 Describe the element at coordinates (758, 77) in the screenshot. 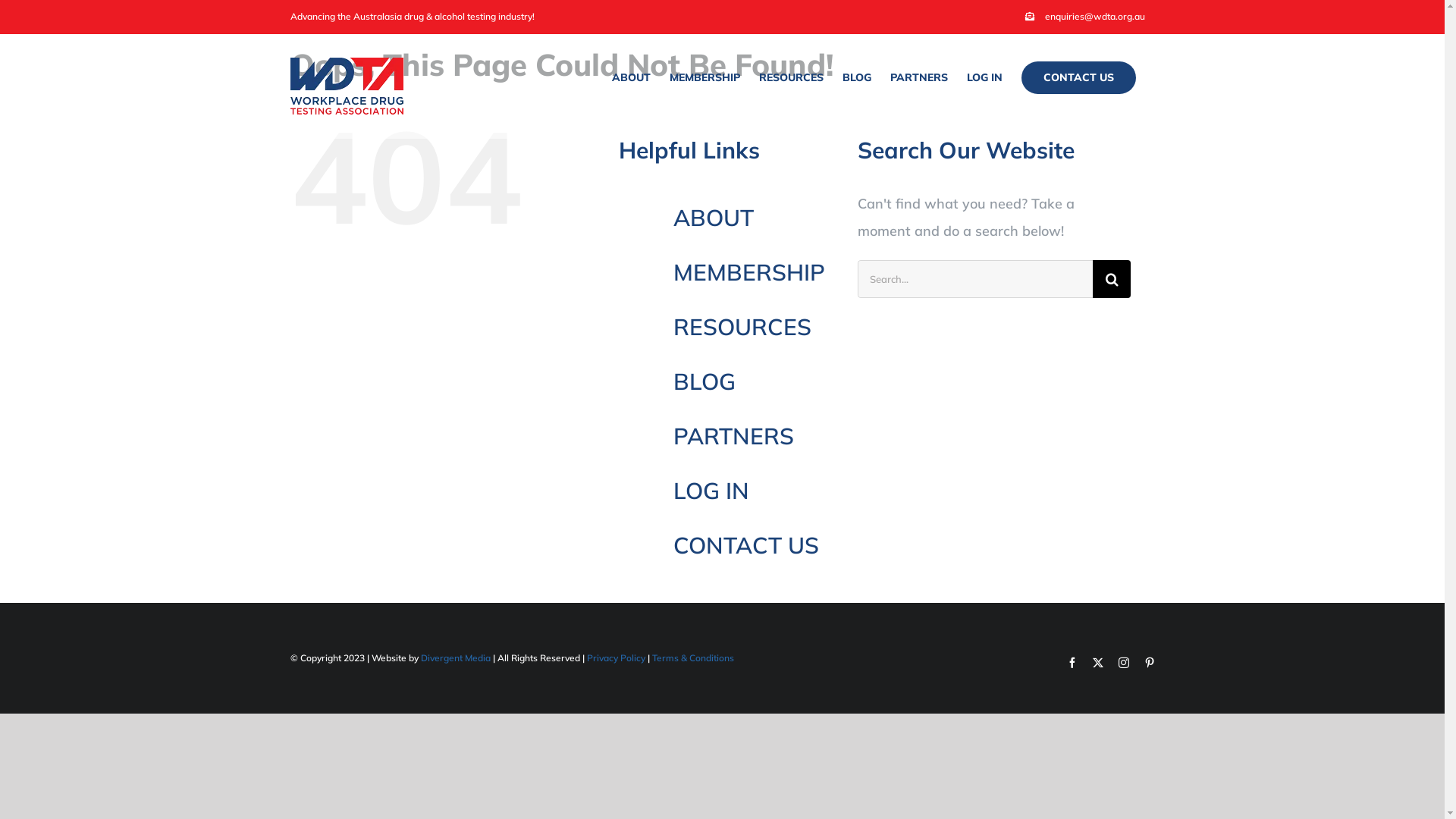

I see `'RESOURCES'` at that location.